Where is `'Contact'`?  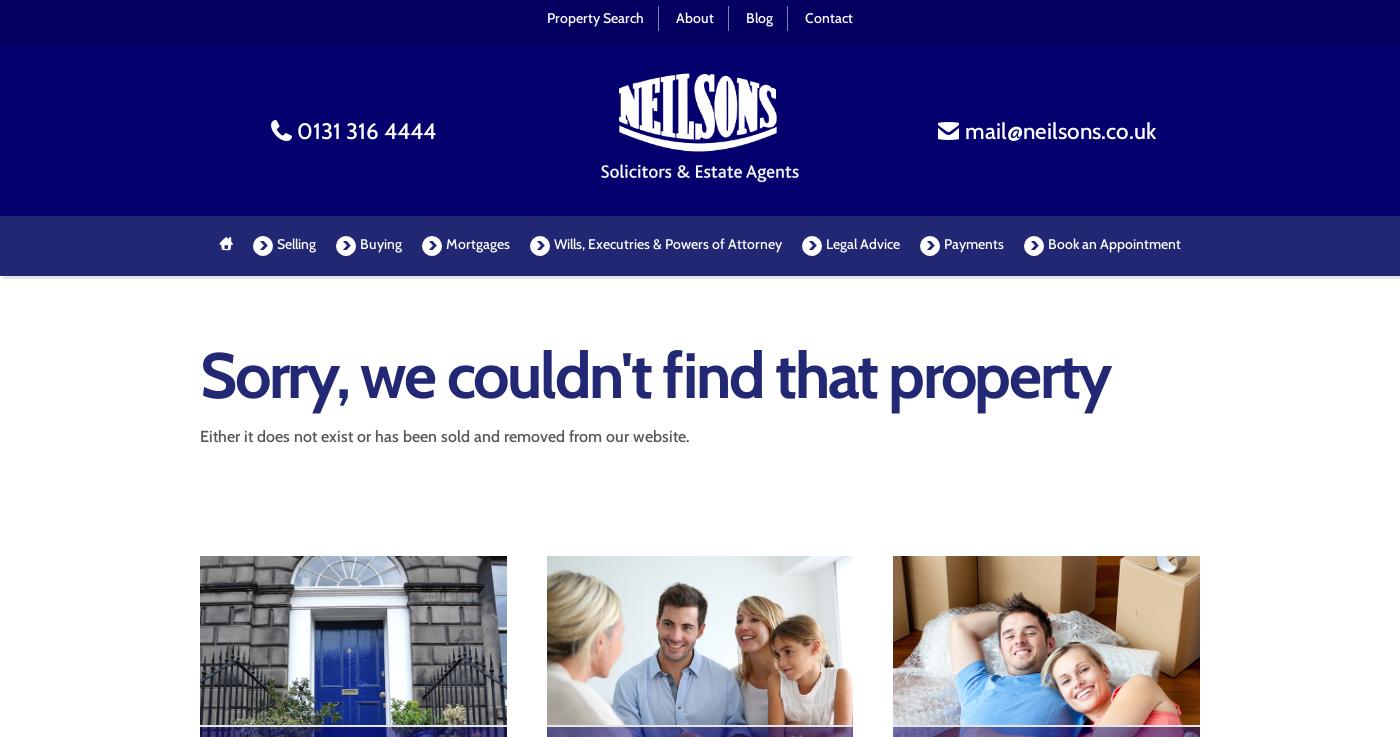
'Contact' is located at coordinates (804, 16).